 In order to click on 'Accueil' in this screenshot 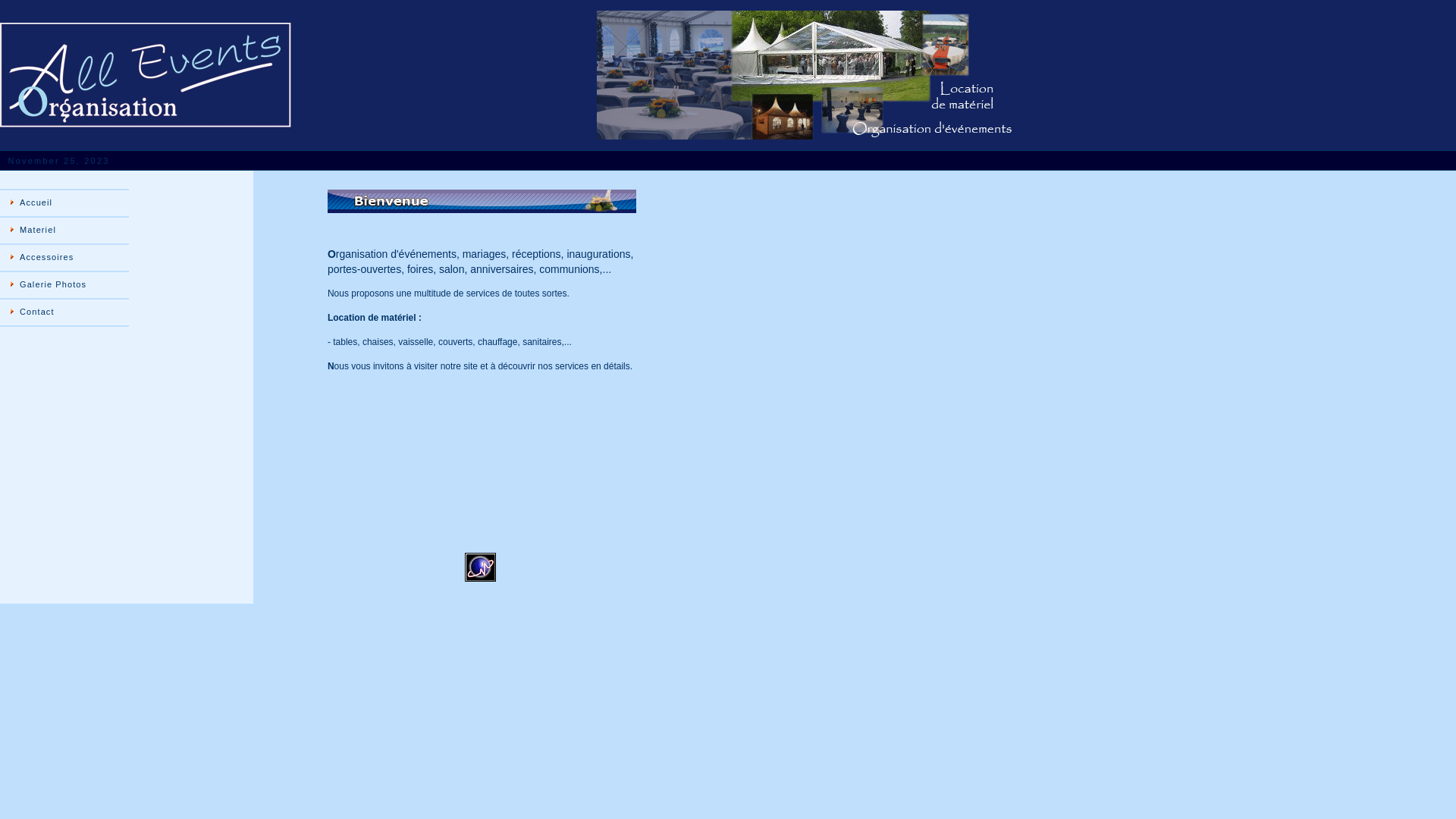, I will do `click(64, 202)`.